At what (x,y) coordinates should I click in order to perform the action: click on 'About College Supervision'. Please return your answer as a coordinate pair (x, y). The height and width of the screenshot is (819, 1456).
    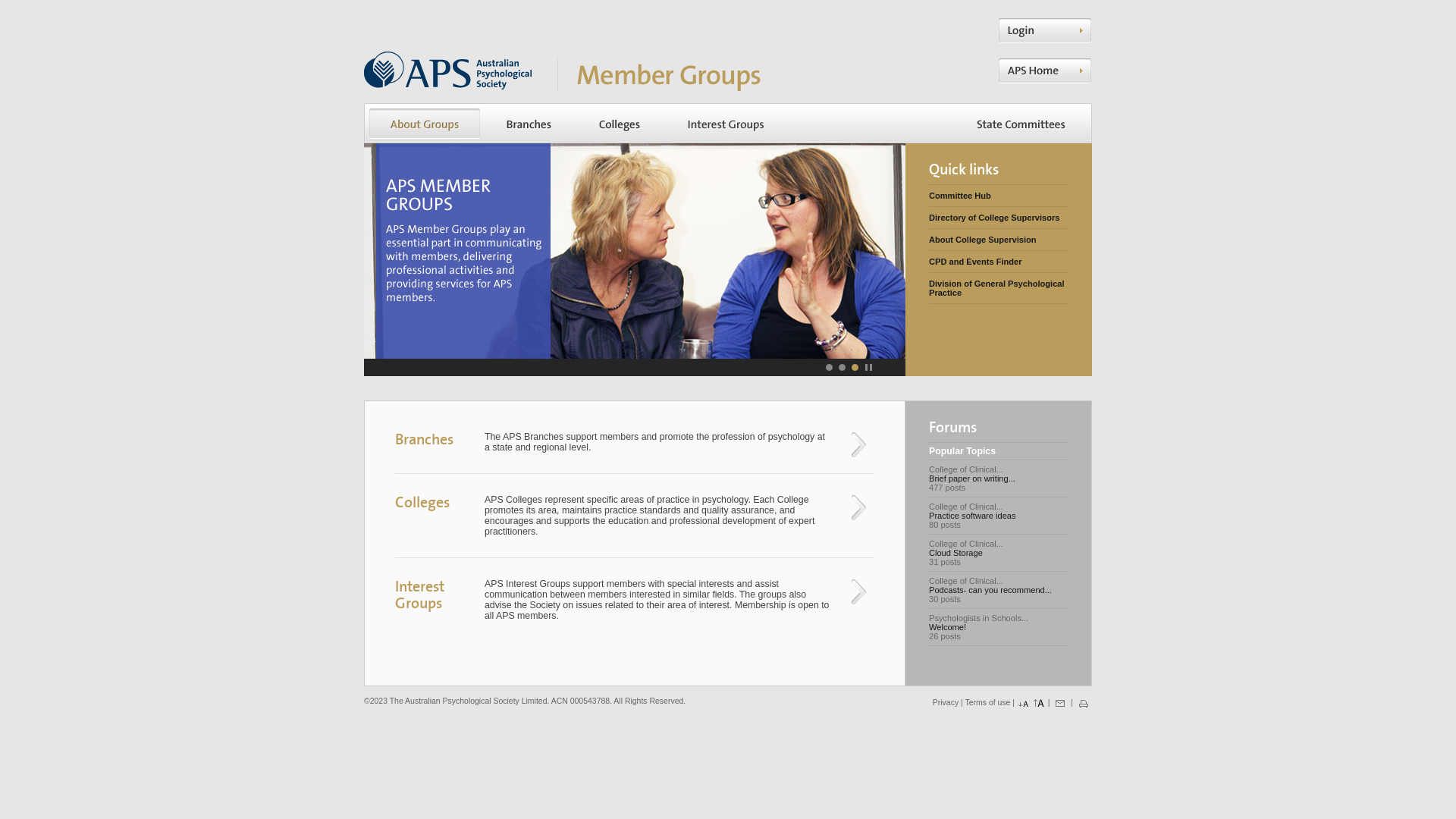
    Looking at the image, I should click on (927, 239).